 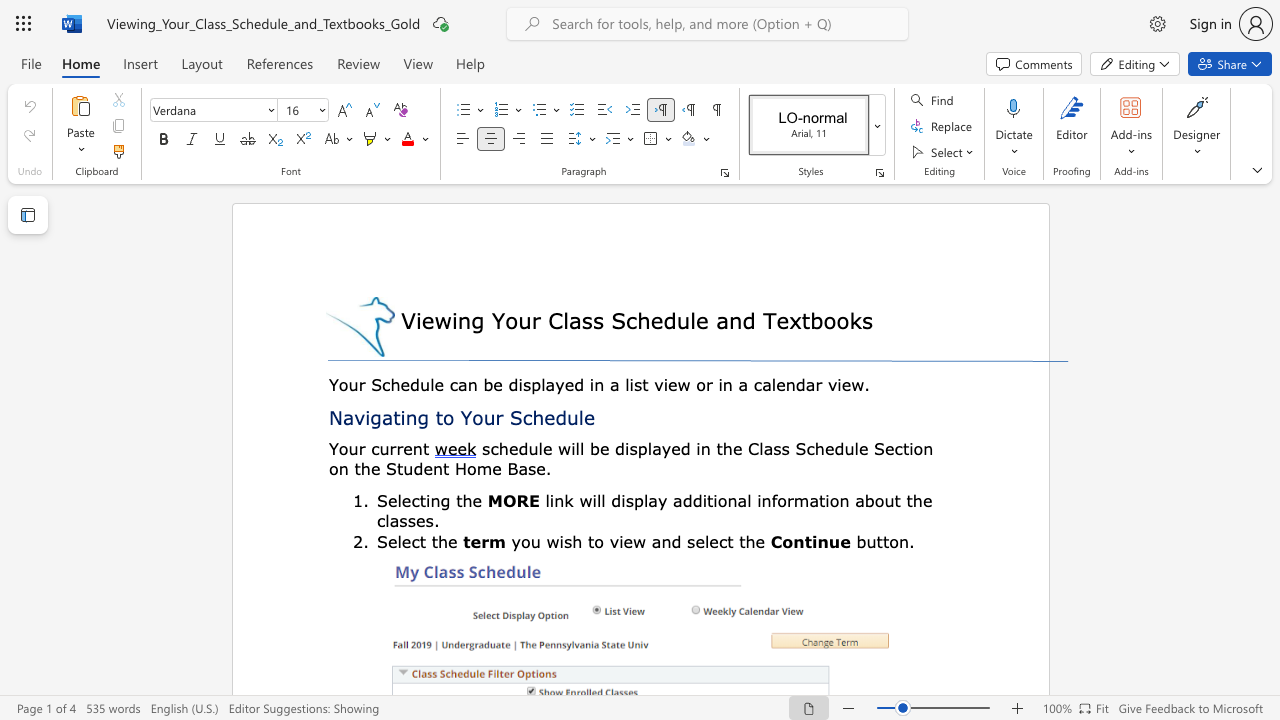 I want to click on the subset text "e and Tex" within the text "Viewing Your Class Schedule and Textbooks", so click(x=696, y=319).